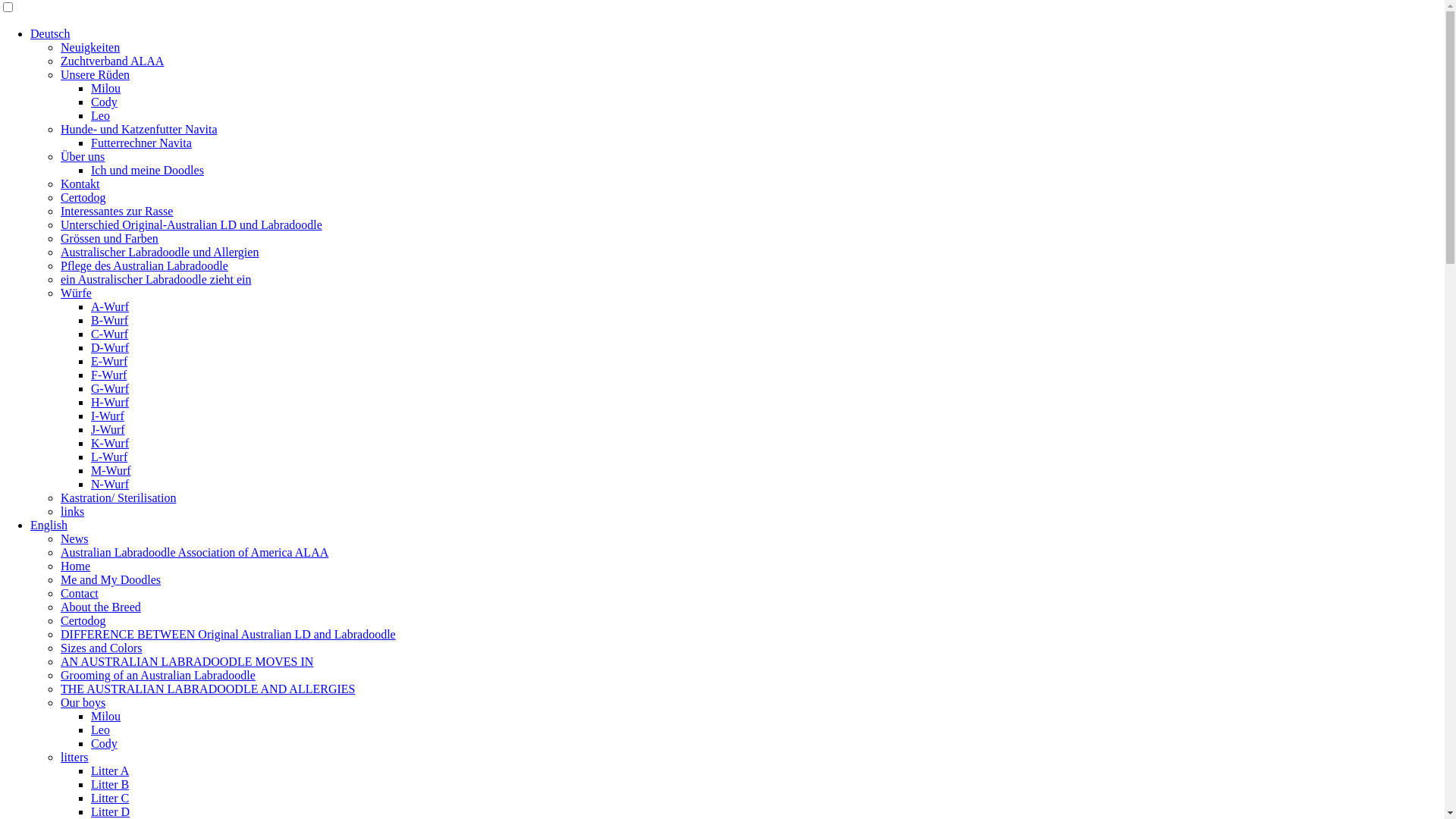  I want to click on 'DIFFERENCE BETWEEN Original Australian LD and Labradoodle', so click(227, 634).